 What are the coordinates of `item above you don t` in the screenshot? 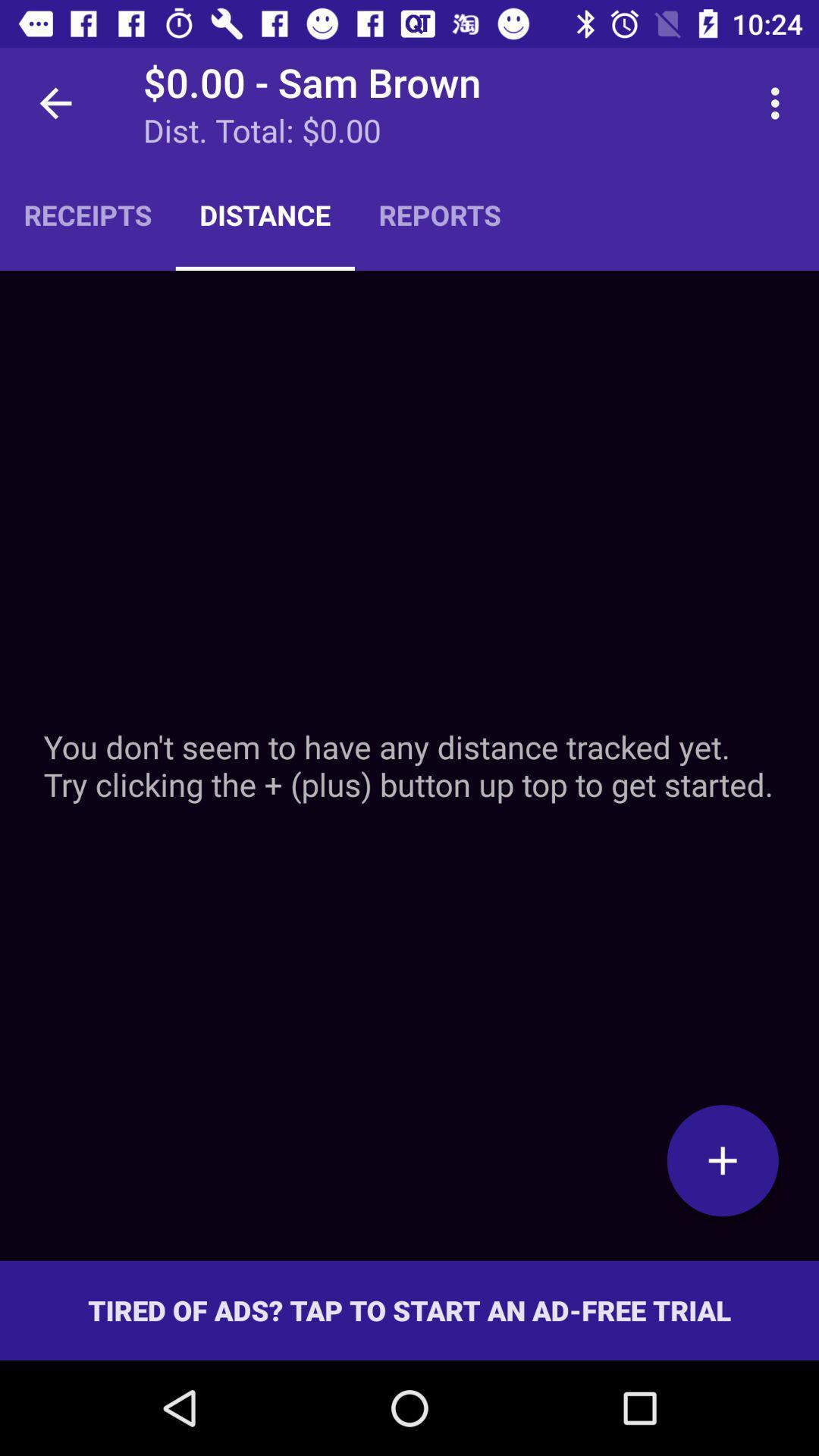 It's located at (87, 214).